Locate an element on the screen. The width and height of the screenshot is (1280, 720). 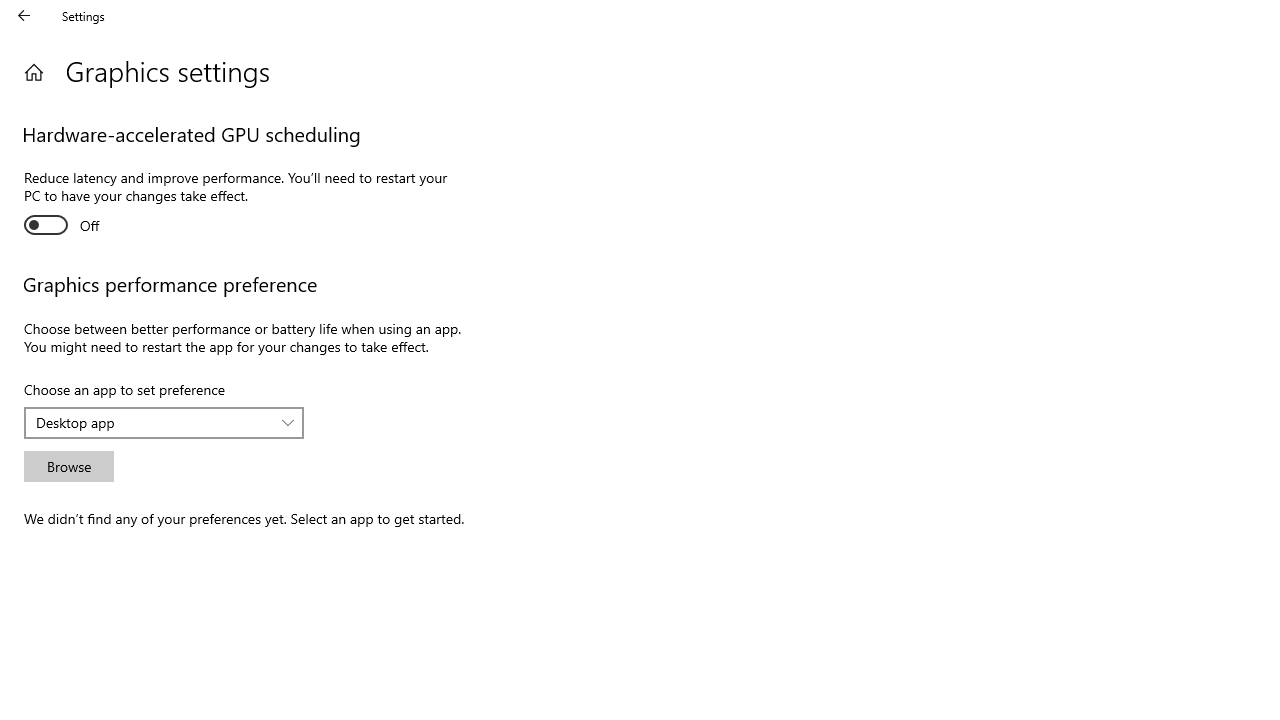
'Back' is located at coordinates (24, 15).